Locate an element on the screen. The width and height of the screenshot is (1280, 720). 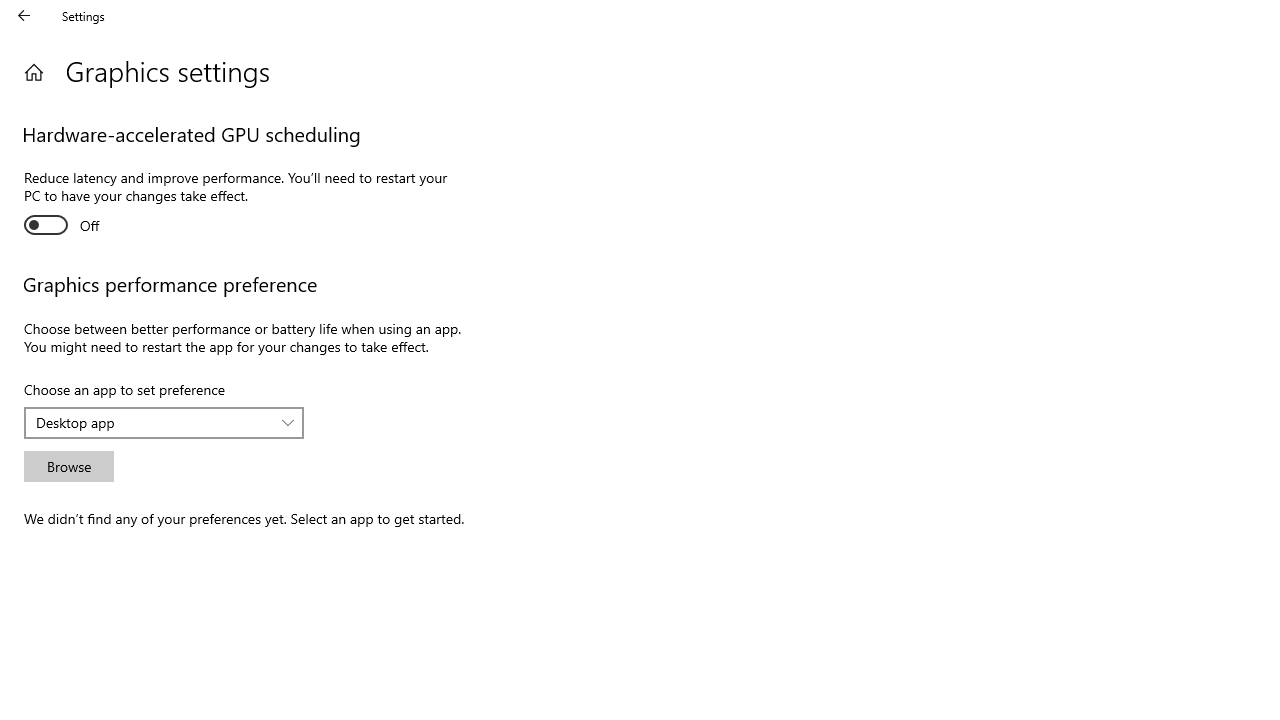
'Back' is located at coordinates (24, 15).